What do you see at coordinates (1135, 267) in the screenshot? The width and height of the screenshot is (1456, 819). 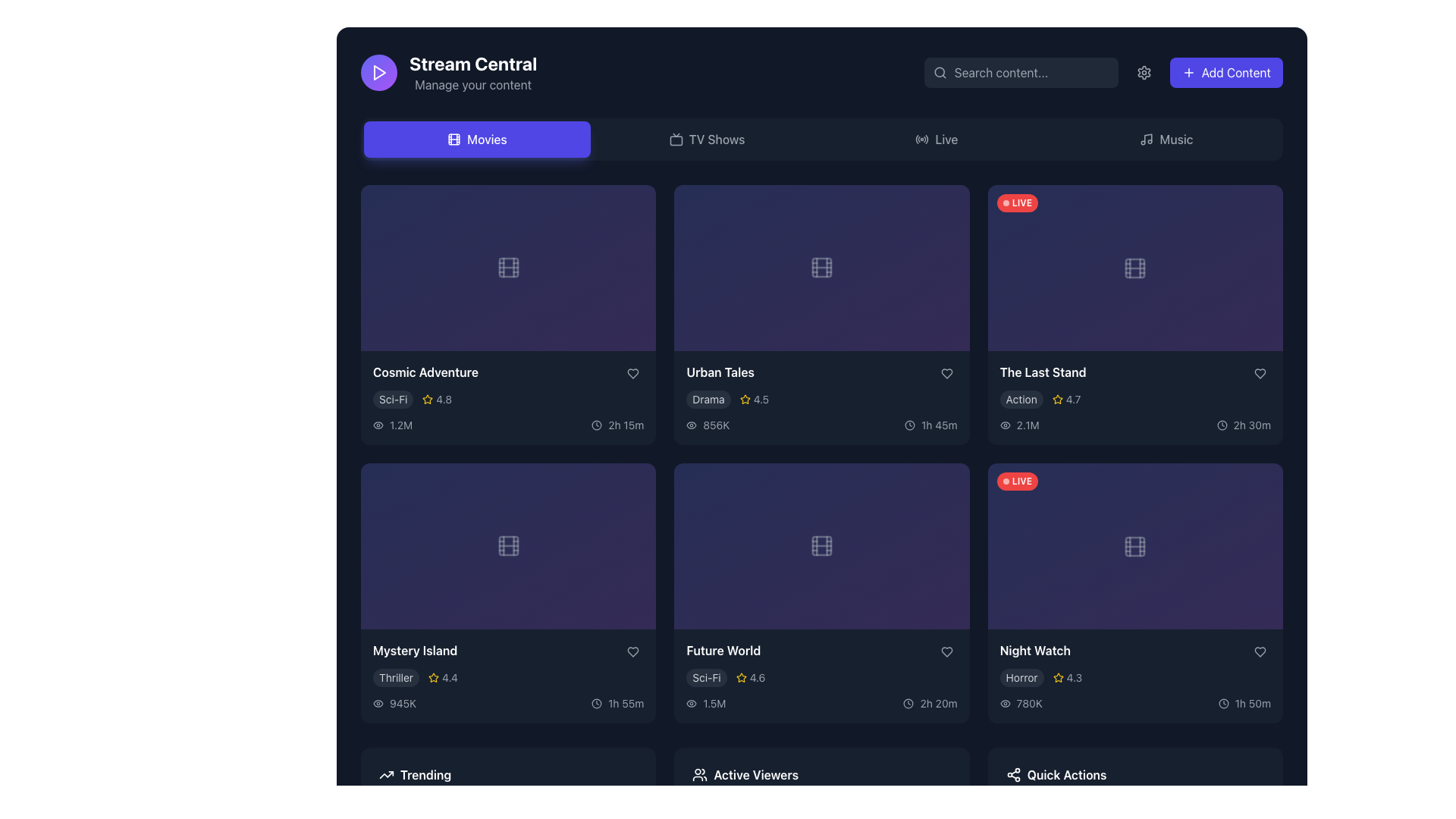 I see `on the Content Card located in the top-right corner of the grid layout under the 'Movies' tab, which features a dark purple background and a 'LIVE' label in the top-left corner` at bounding box center [1135, 267].